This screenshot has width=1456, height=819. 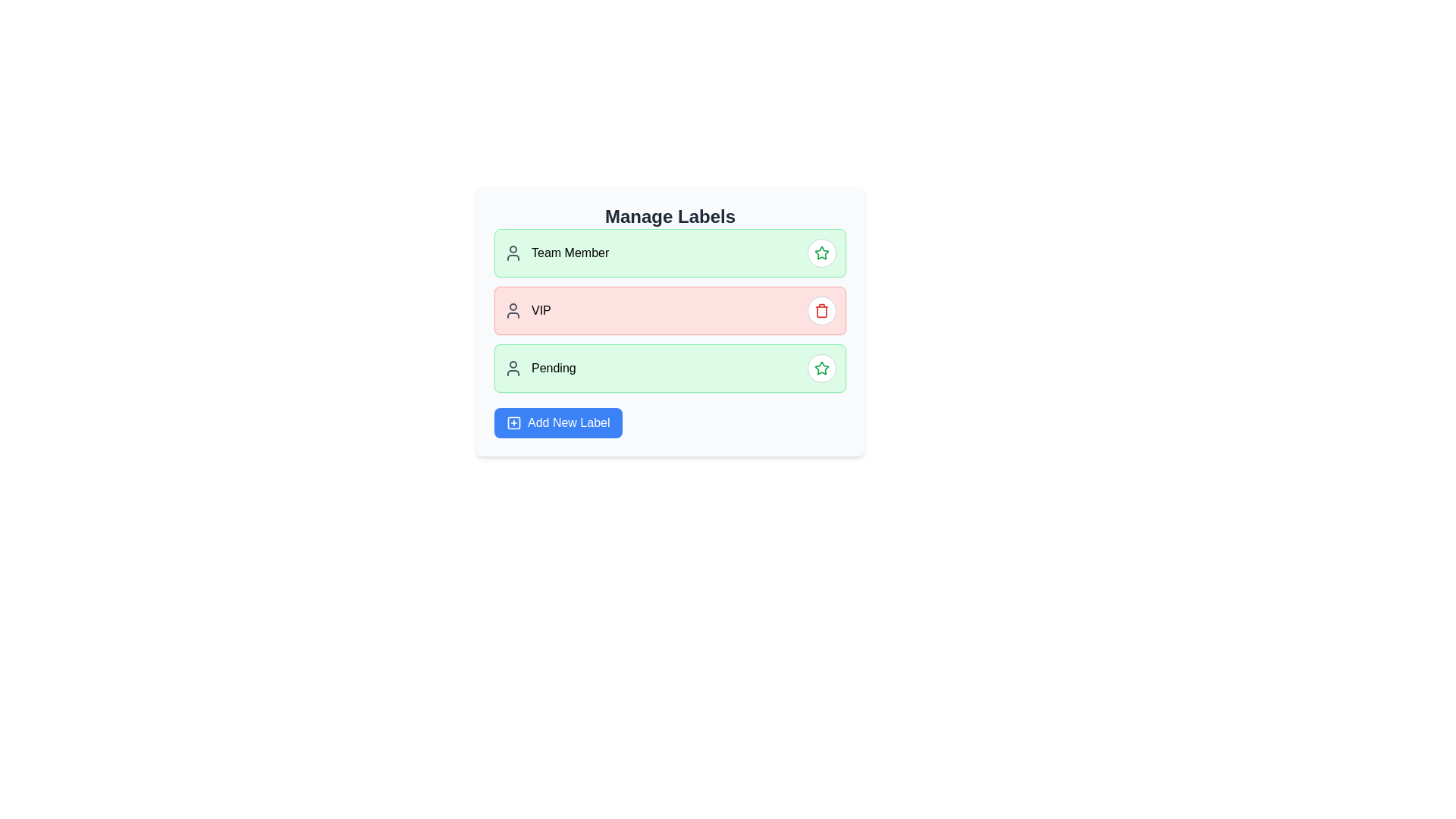 I want to click on the 'Add Label' text within the button located at the bottom section of the interface, so click(x=567, y=423).